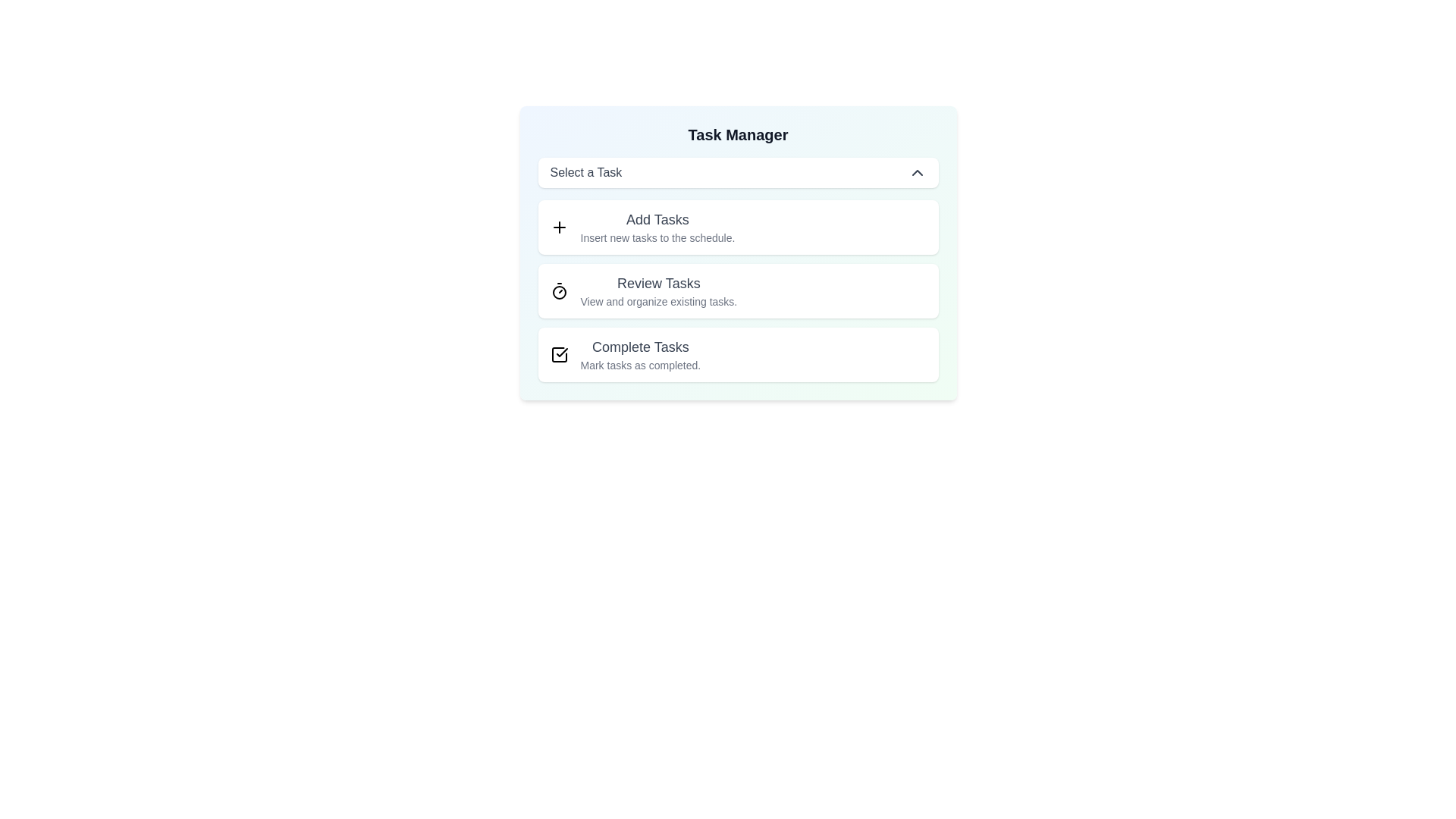 Image resolution: width=1456 pixels, height=819 pixels. Describe the element at coordinates (558, 227) in the screenshot. I see `the option Add Tasks from the dropdown list` at that location.